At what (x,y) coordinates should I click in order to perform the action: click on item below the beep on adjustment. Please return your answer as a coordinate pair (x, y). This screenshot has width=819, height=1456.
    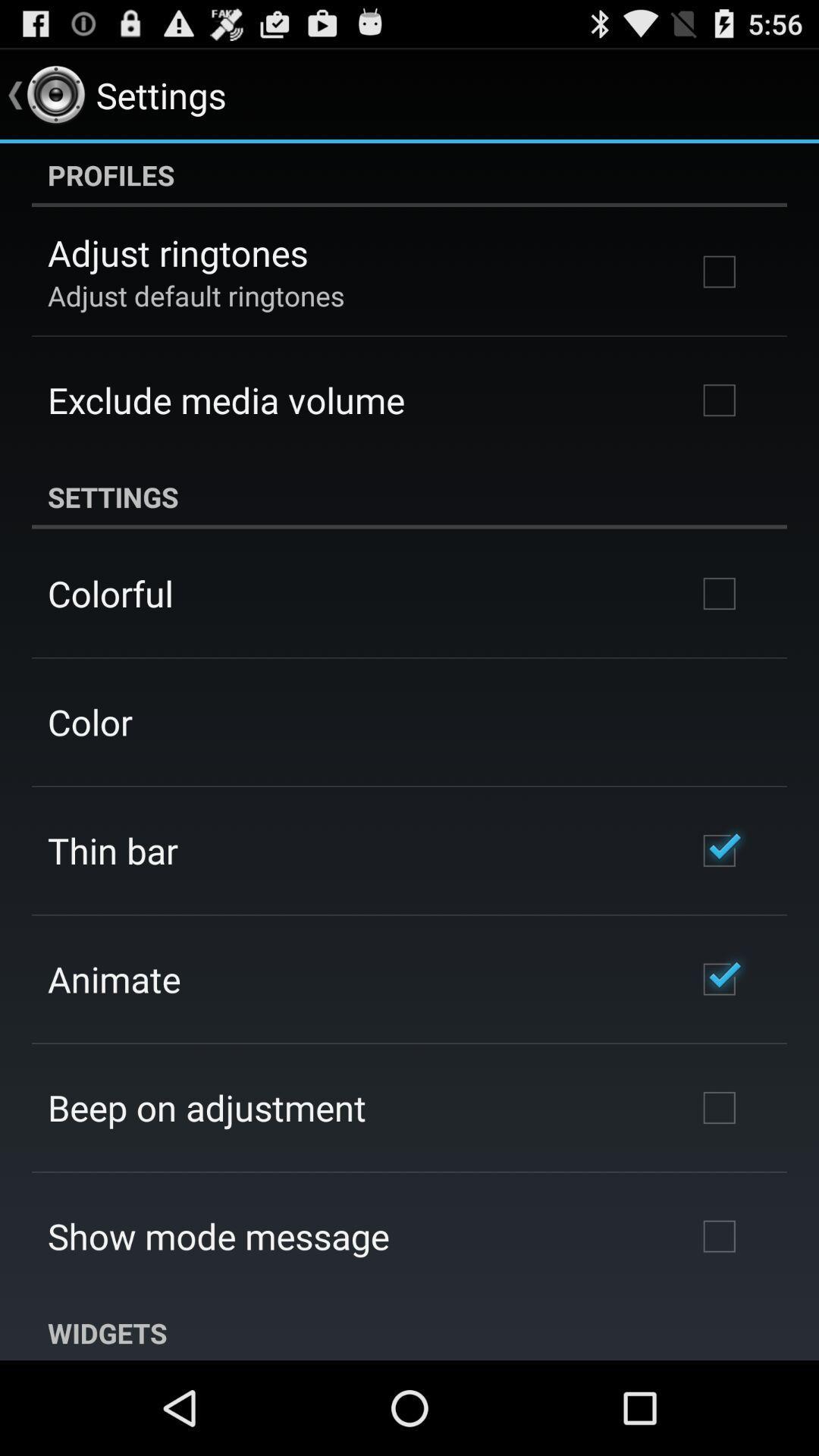
    Looking at the image, I should click on (218, 1236).